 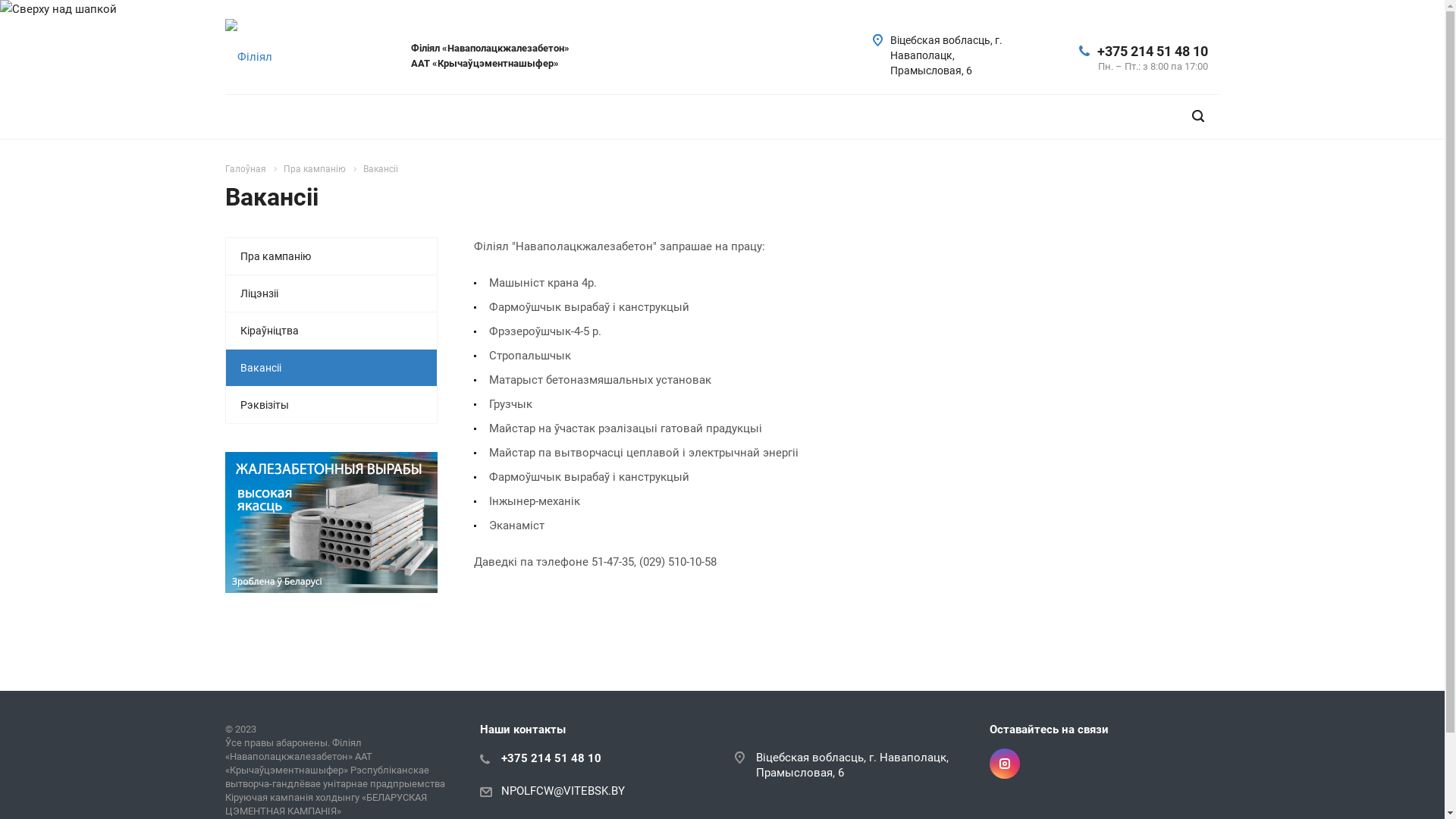 I want to click on 'NPOLFCW@VITEBSK.BY', so click(x=500, y=789).